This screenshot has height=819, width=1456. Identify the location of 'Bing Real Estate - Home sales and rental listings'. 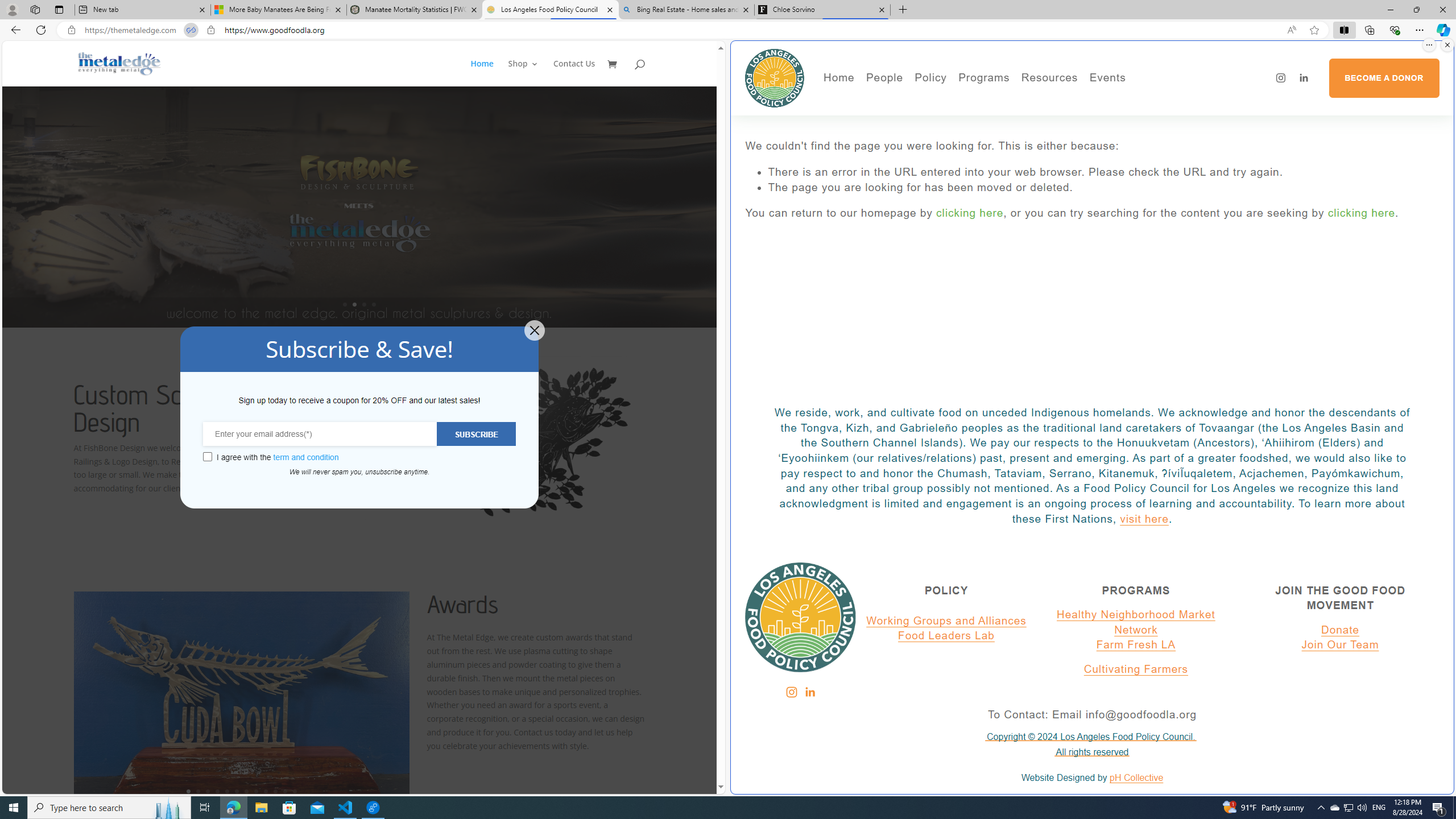
(685, 9).